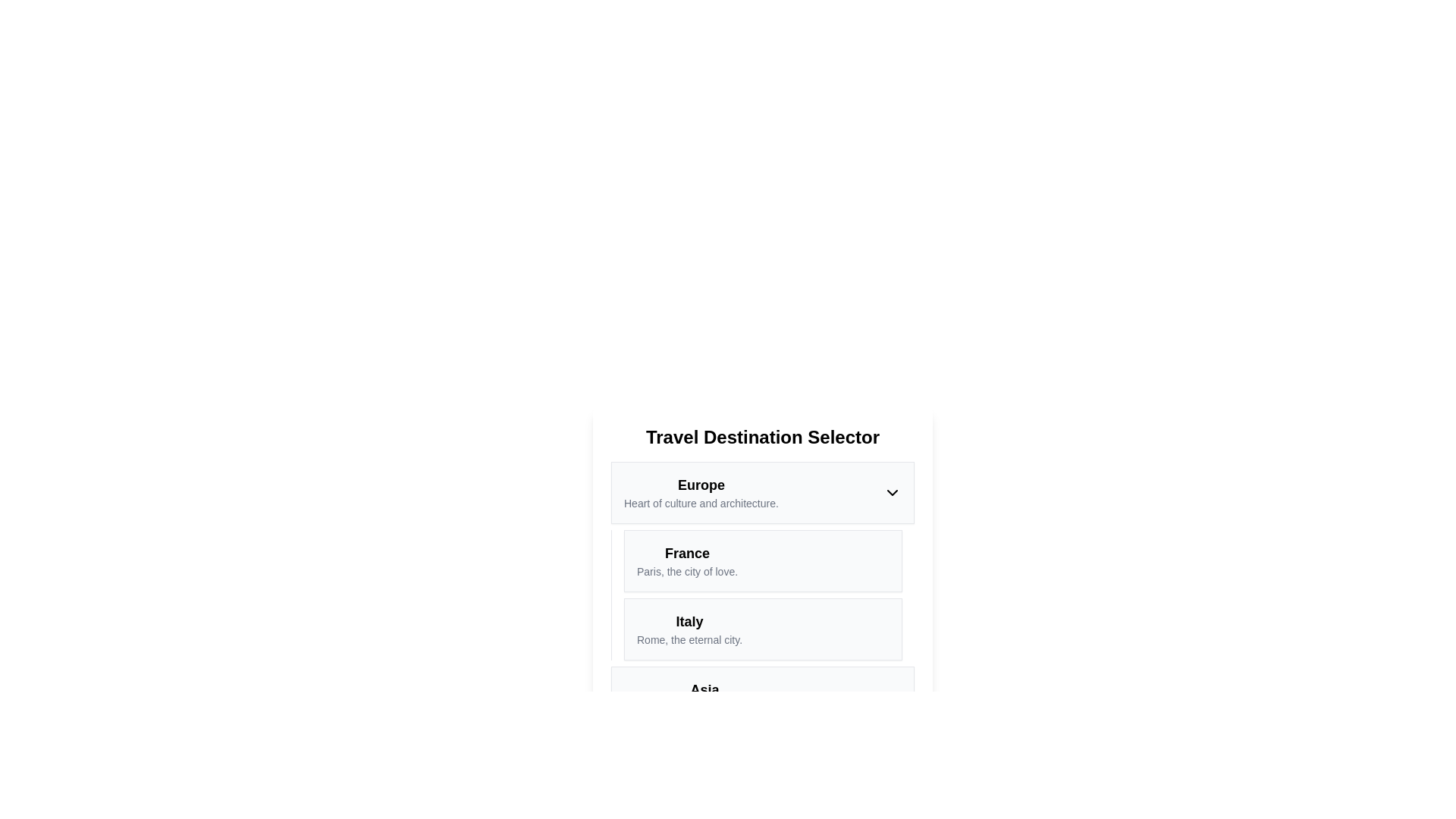  I want to click on the text label that provides a description or subtitle for the Italy section, located immediately below the bold text 'Italy' and aligned to the left margin, so click(689, 640).